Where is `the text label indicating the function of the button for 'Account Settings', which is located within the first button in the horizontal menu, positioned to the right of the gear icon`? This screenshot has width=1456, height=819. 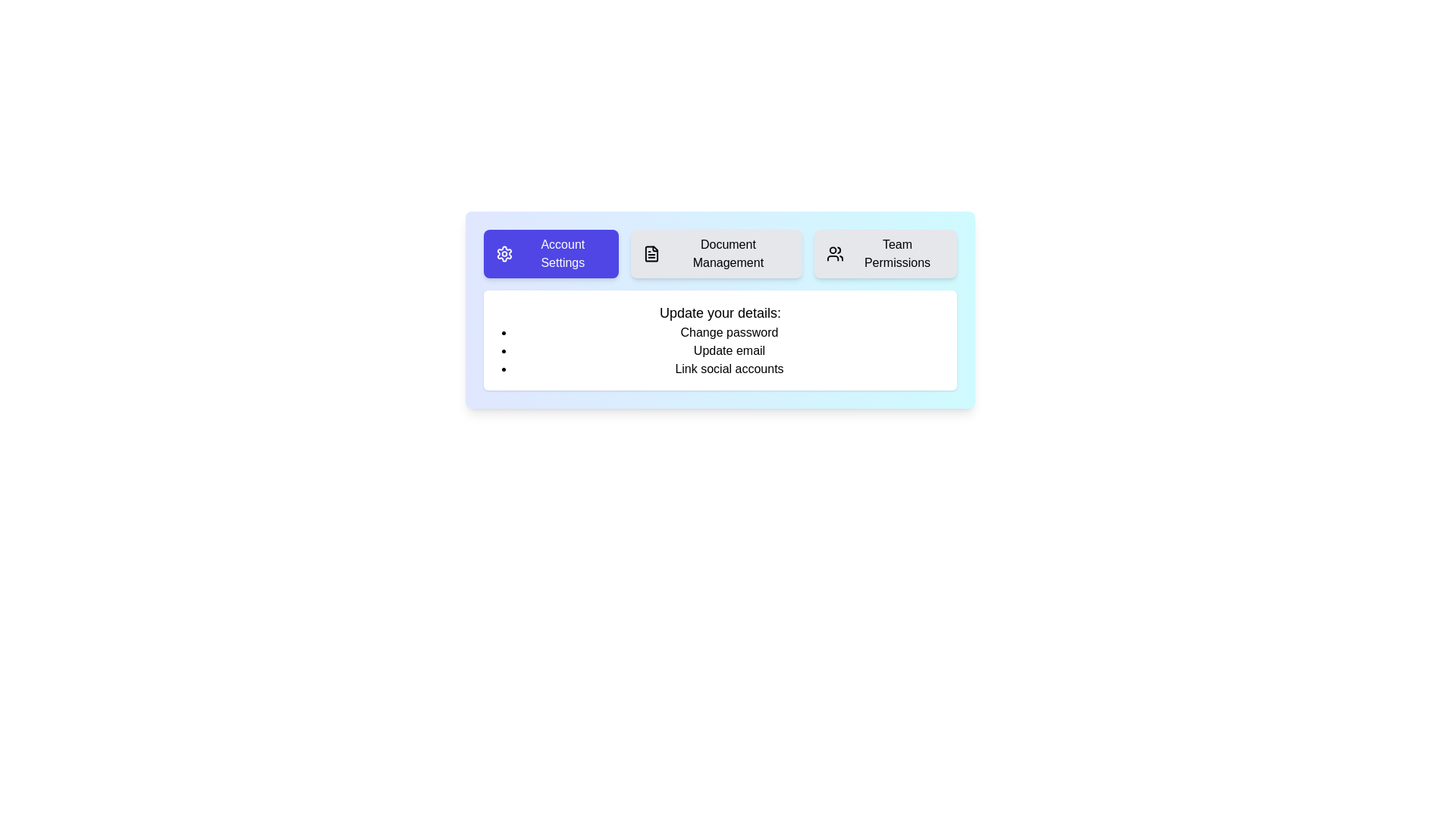 the text label indicating the function of the button for 'Account Settings', which is located within the first button in the horizontal menu, positioned to the right of the gear icon is located at coordinates (562, 253).